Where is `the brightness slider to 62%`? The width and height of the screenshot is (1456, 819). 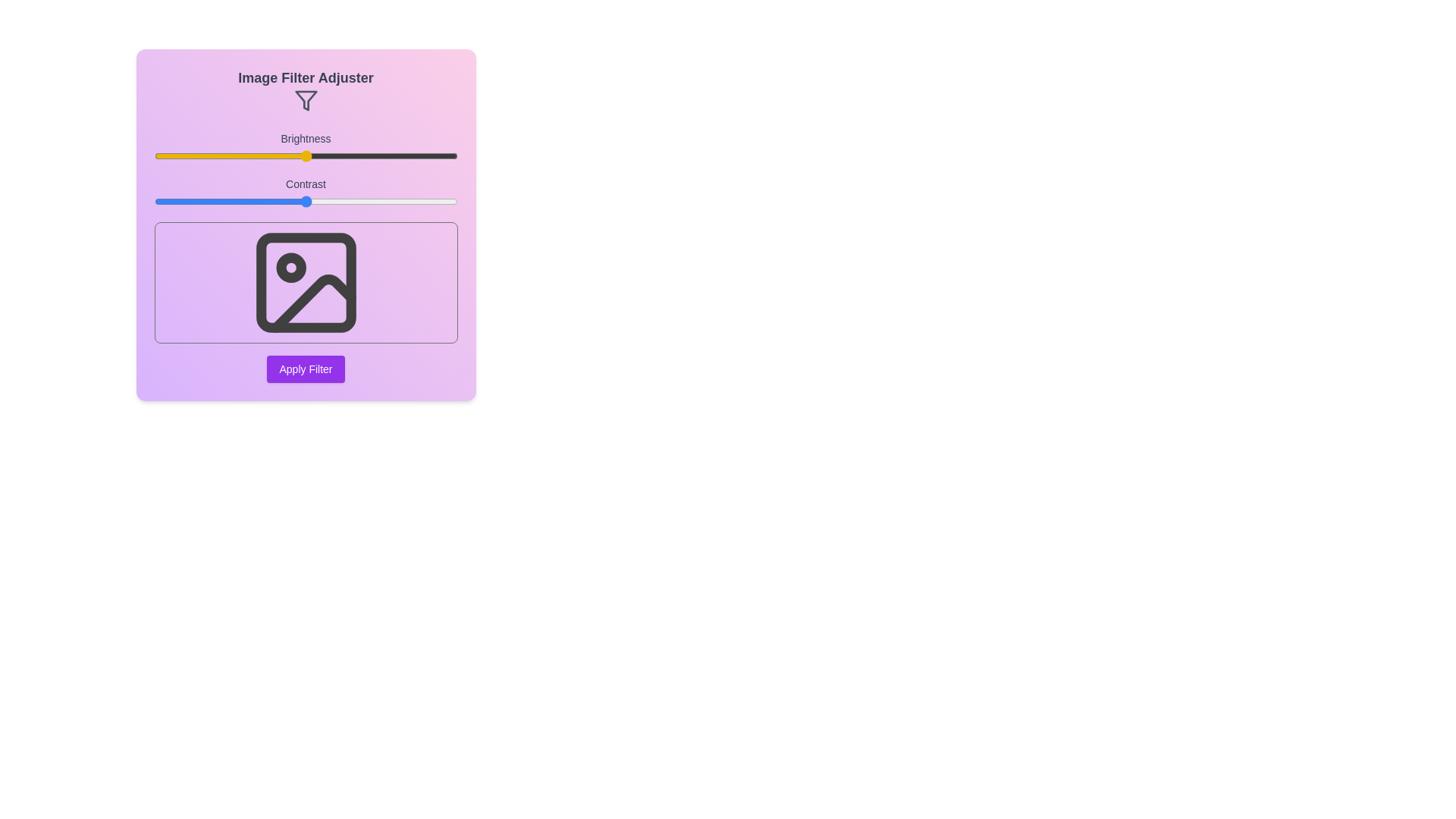
the brightness slider to 62% is located at coordinates (341, 155).